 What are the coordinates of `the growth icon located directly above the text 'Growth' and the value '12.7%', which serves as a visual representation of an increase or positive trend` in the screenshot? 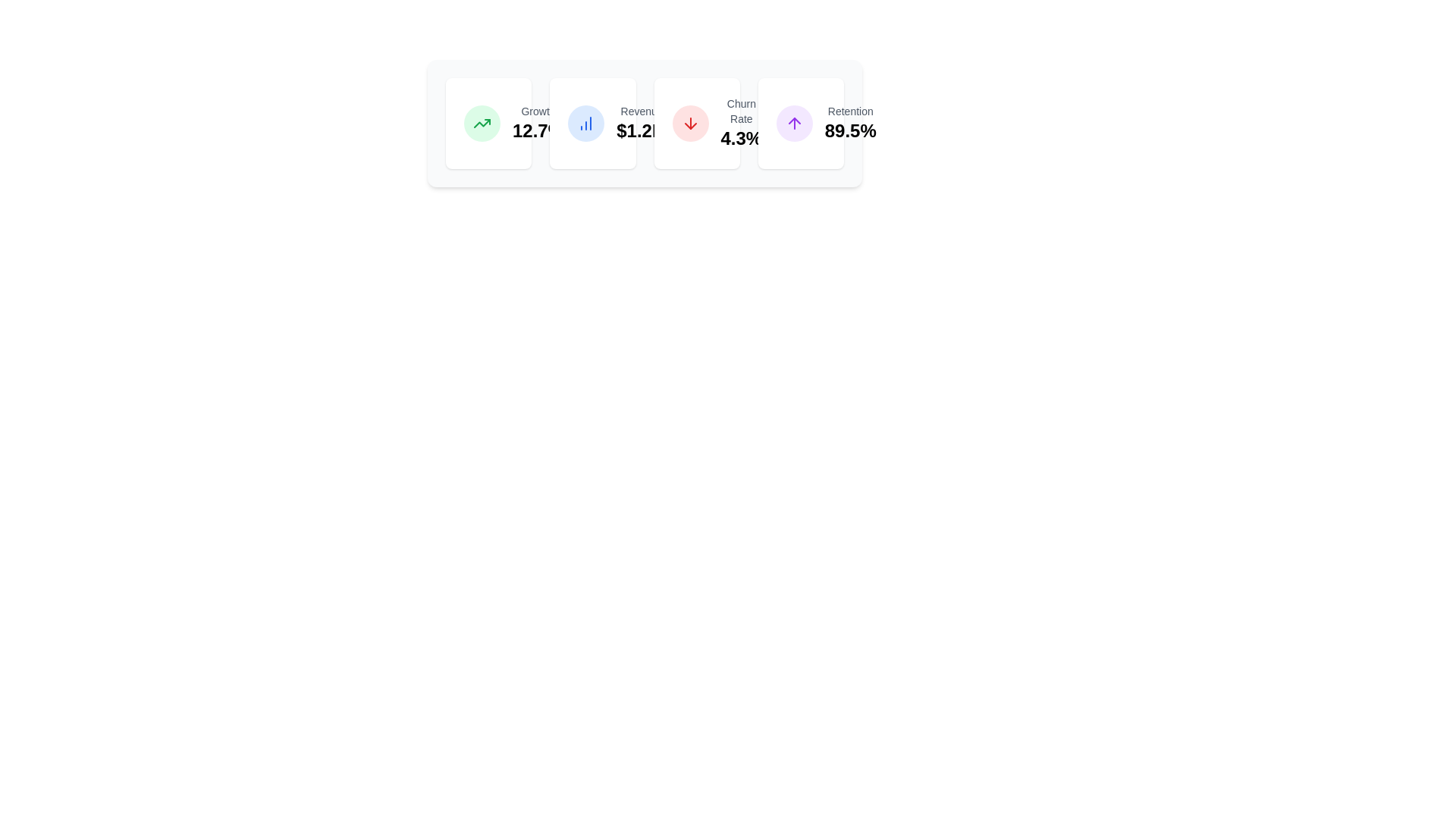 It's located at (481, 122).